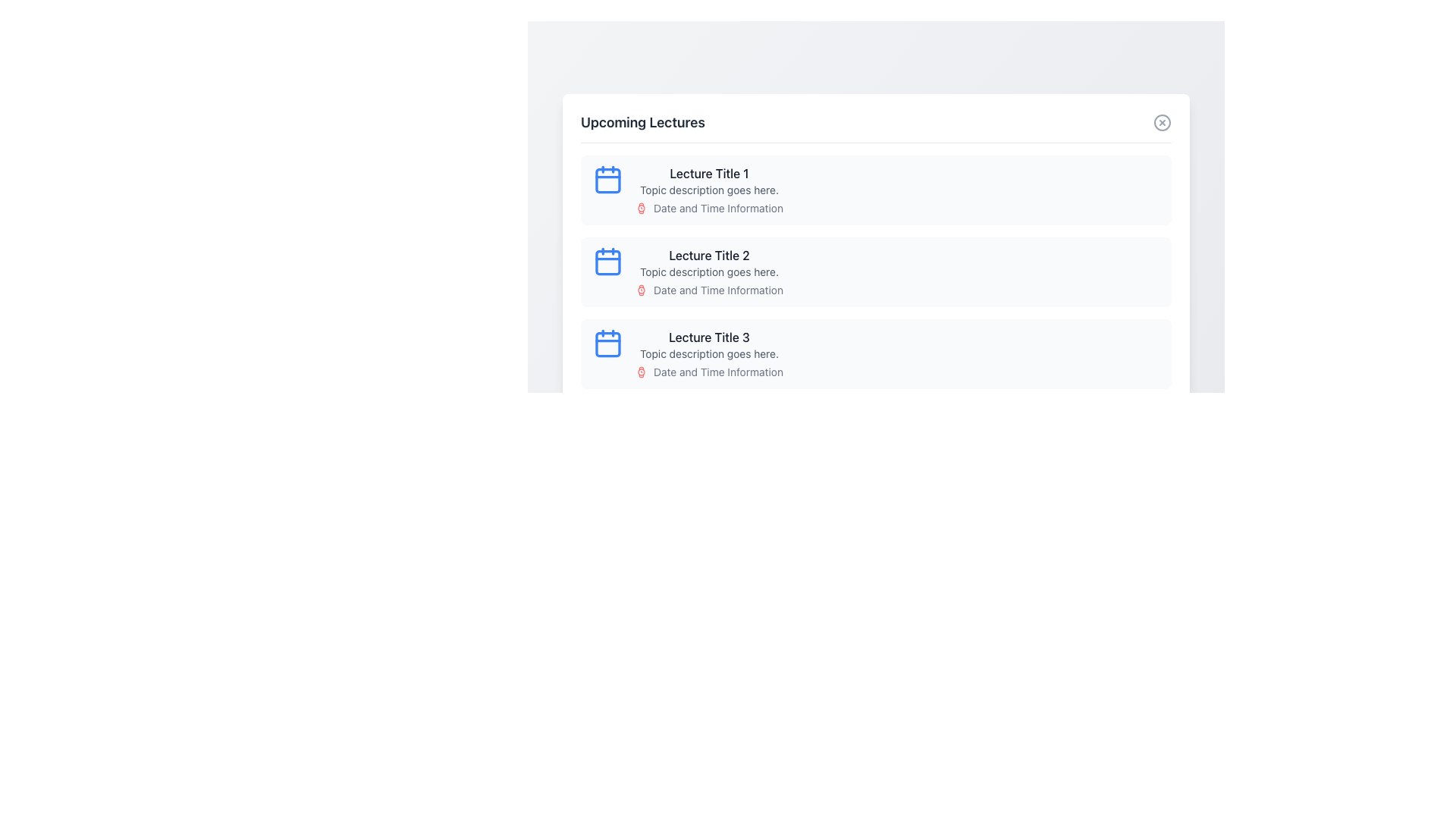  What do you see at coordinates (708, 372) in the screenshot?
I see `the 'Date and Time Information' text label with a watch icon located below 'Lecture Title 3' in the third lecture block` at bounding box center [708, 372].